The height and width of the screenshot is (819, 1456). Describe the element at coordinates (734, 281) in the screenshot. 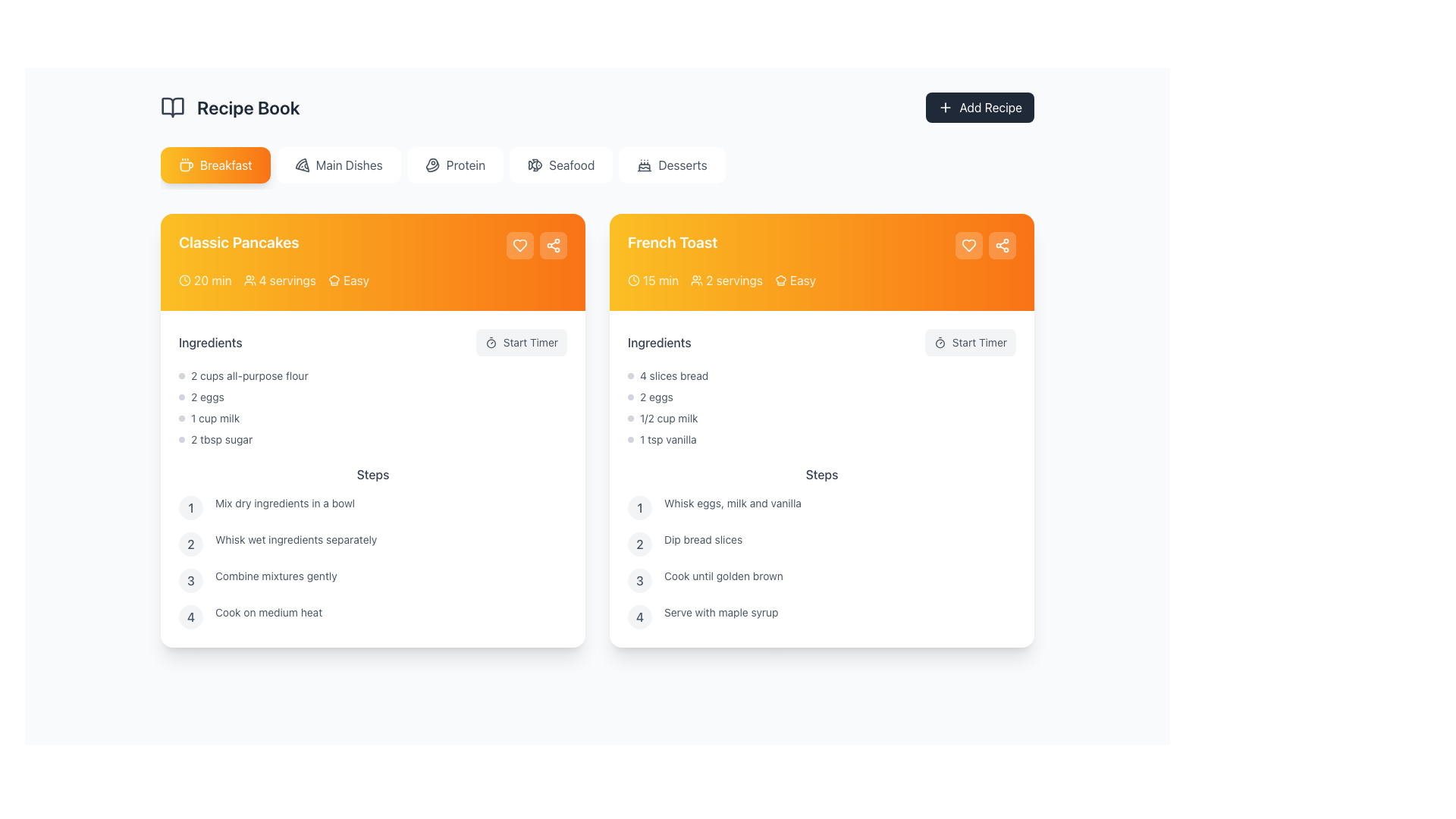

I see `the '2 servings' text label located in the header section of the 'French Toast' recipe card` at that location.